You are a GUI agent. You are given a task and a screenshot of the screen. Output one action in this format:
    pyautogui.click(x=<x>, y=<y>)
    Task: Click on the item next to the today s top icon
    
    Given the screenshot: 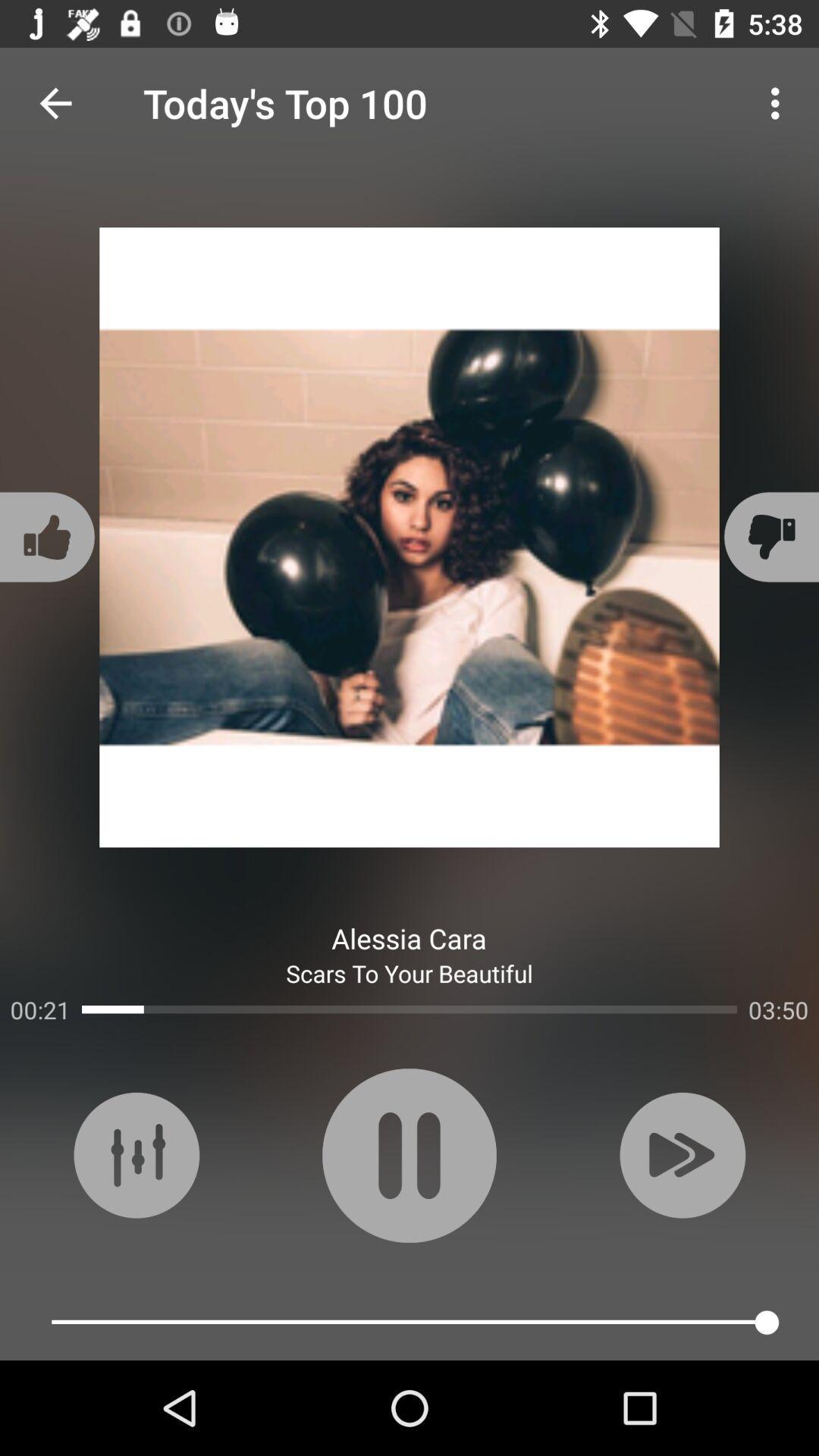 What is the action you would take?
    pyautogui.click(x=779, y=102)
    